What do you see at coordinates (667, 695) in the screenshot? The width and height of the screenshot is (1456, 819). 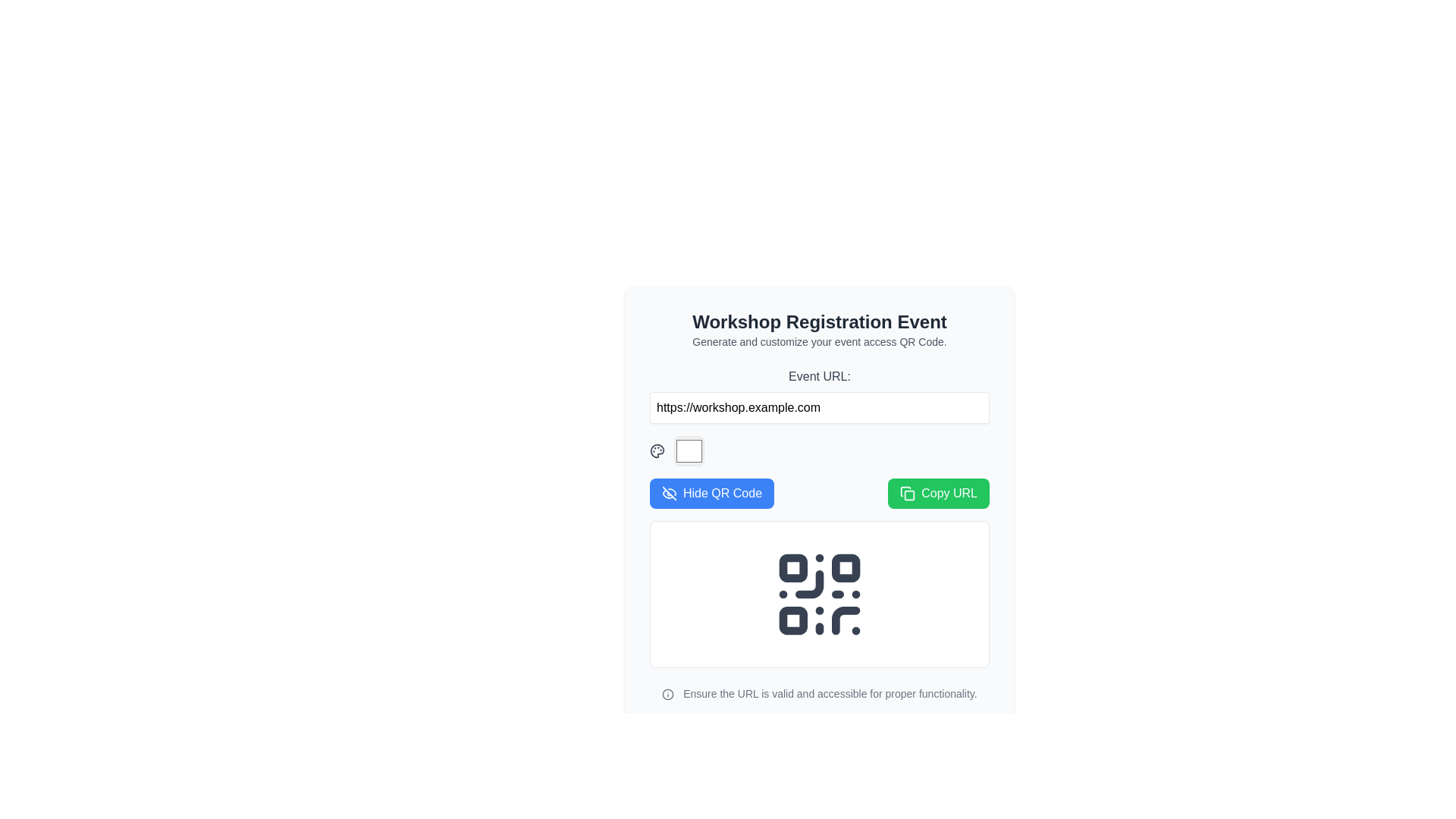 I see `the contextual help icon located to the left of the message 'Ensure the URL is valid and accessible for proper functionality.'` at bounding box center [667, 695].